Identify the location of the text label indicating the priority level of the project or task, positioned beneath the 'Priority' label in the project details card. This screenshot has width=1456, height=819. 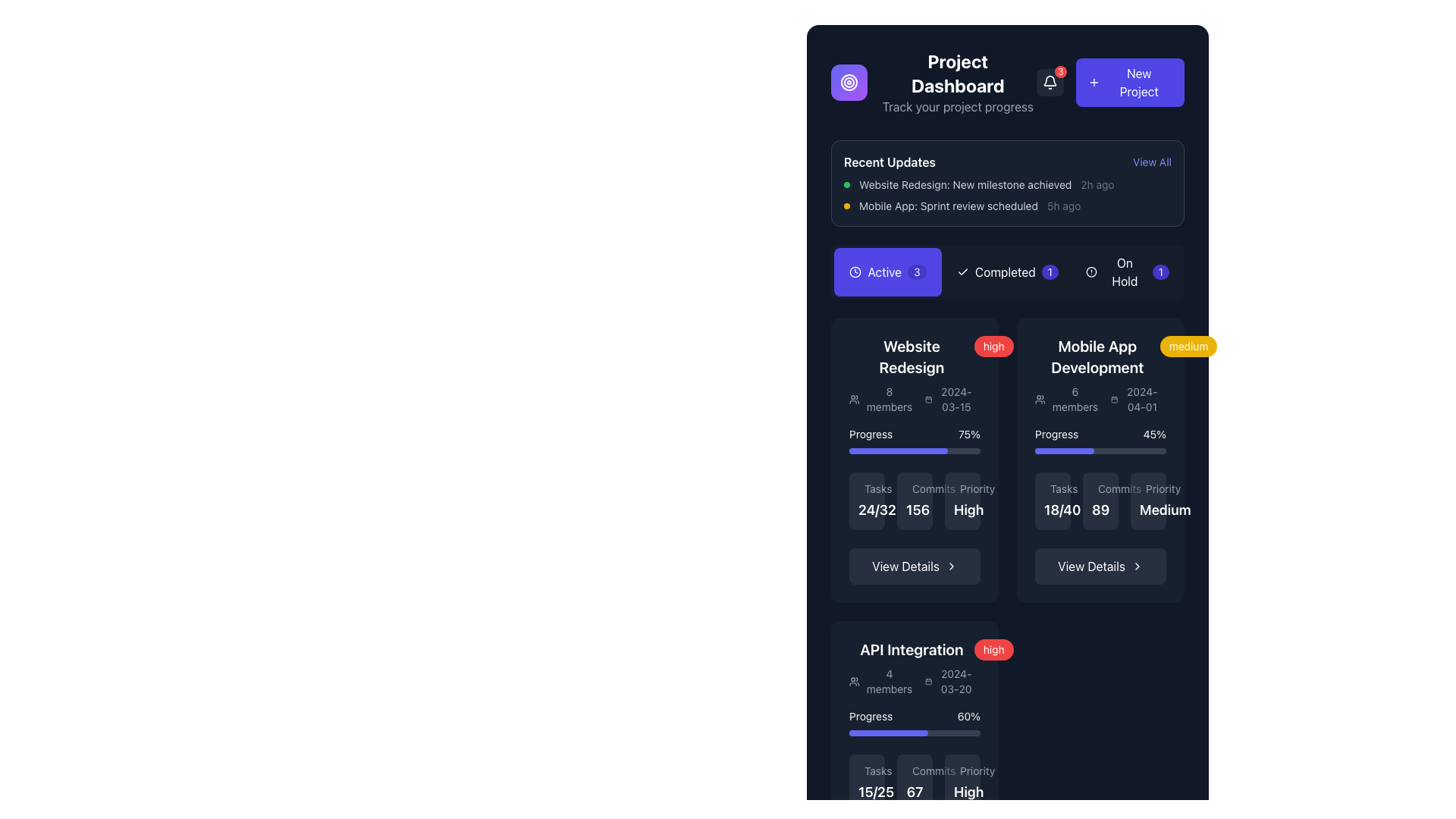
(968, 510).